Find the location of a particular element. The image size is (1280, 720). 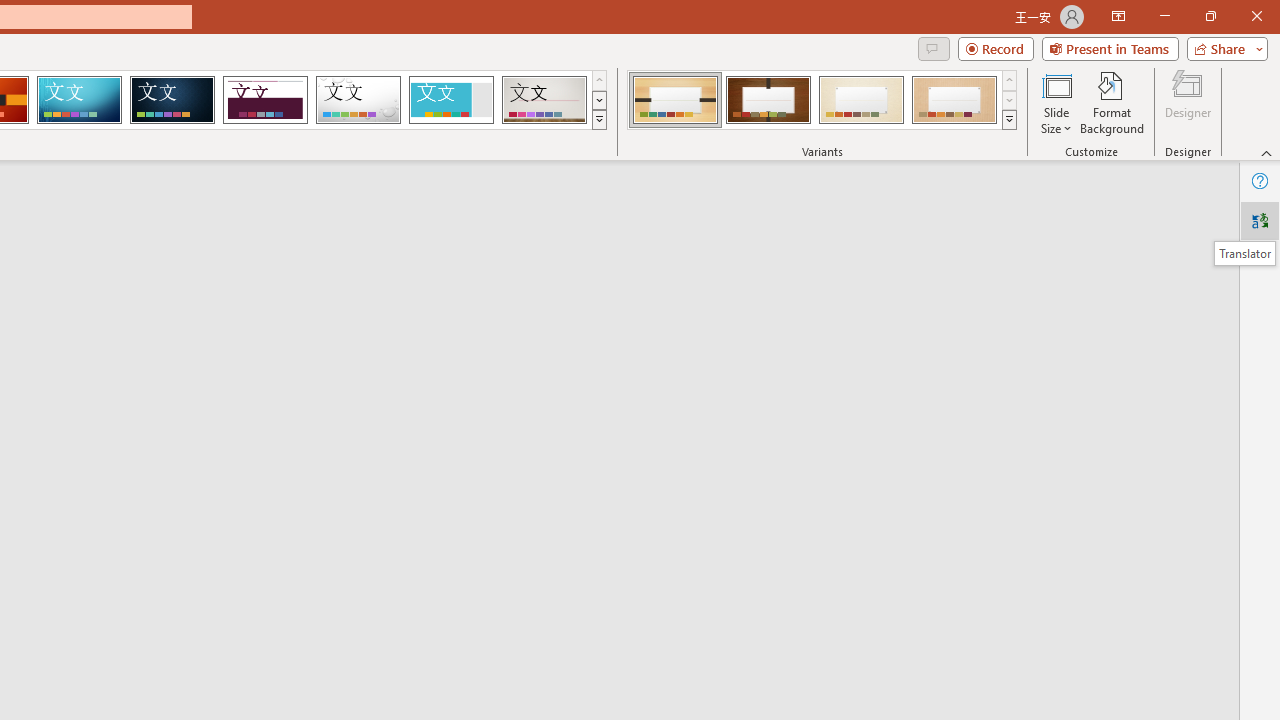

'Translator' is located at coordinates (1243, 252).